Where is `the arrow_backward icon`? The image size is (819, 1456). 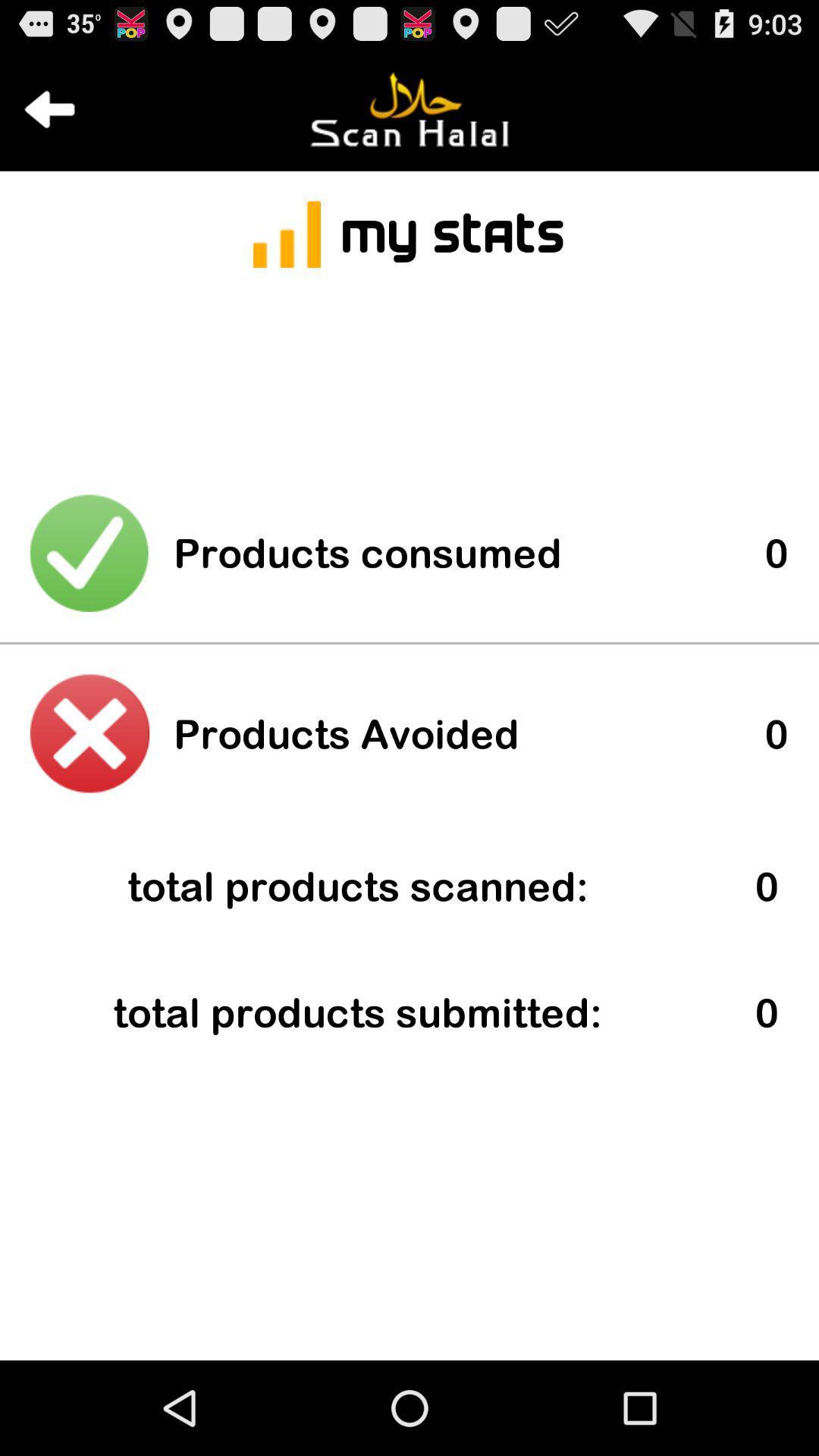 the arrow_backward icon is located at coordinates (49, 116).